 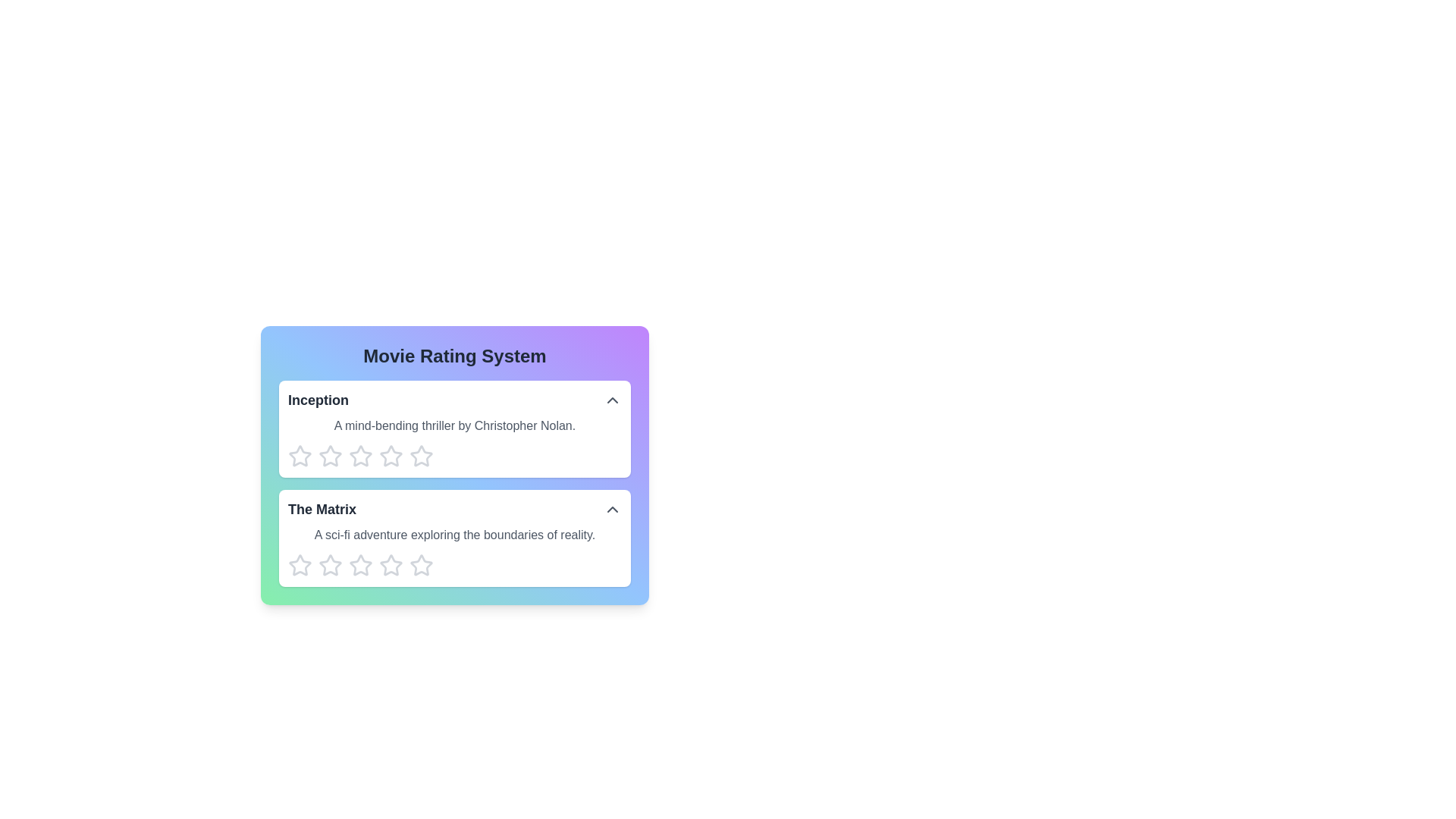 What do you see at coordinates (300, 565) in the screenshot?
I see `the first star-shaped rating icon for 'The Matrix'` at bounding box center [300, 565].